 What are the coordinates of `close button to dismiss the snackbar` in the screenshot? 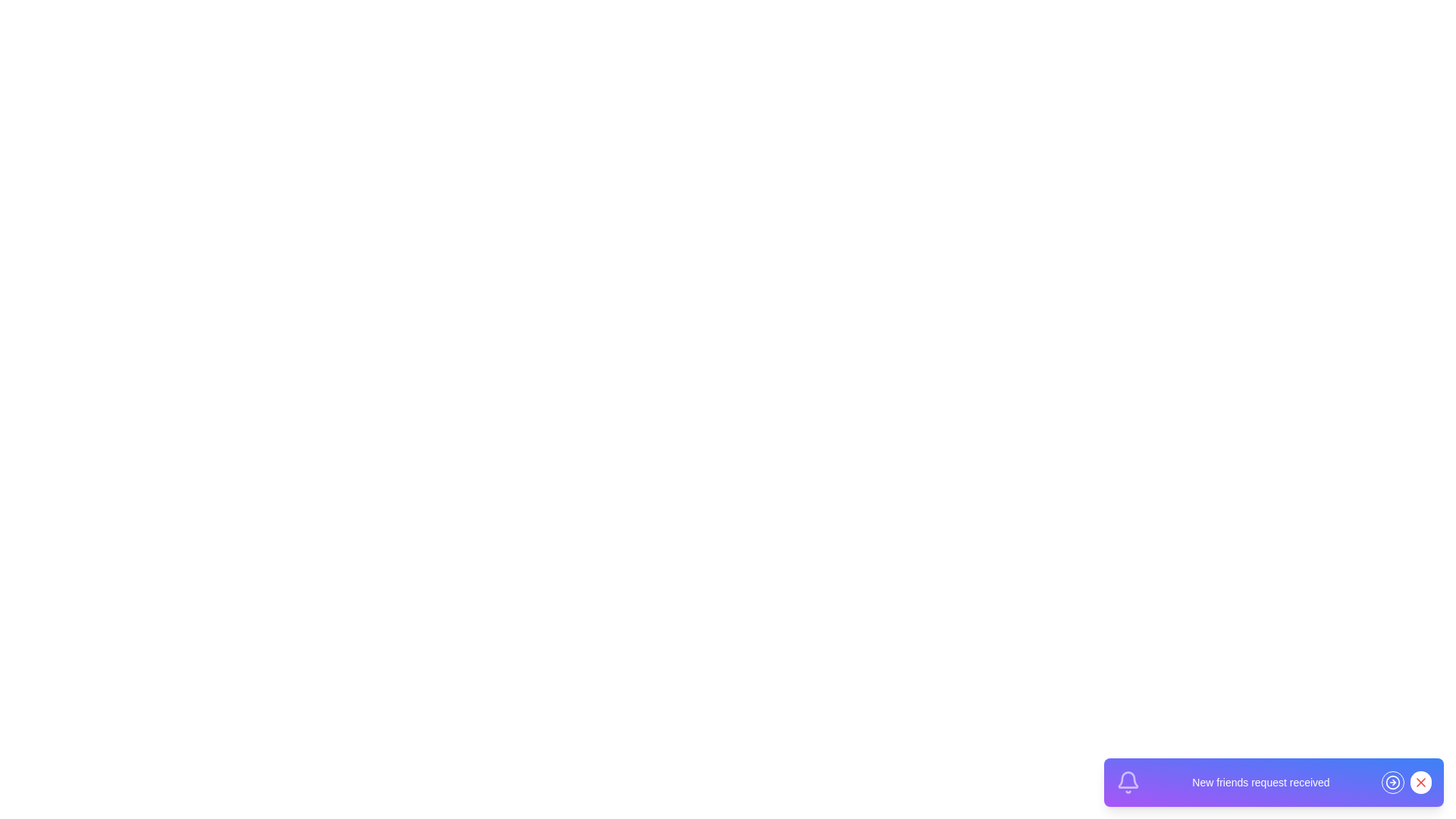 It's located at (1420, 783).